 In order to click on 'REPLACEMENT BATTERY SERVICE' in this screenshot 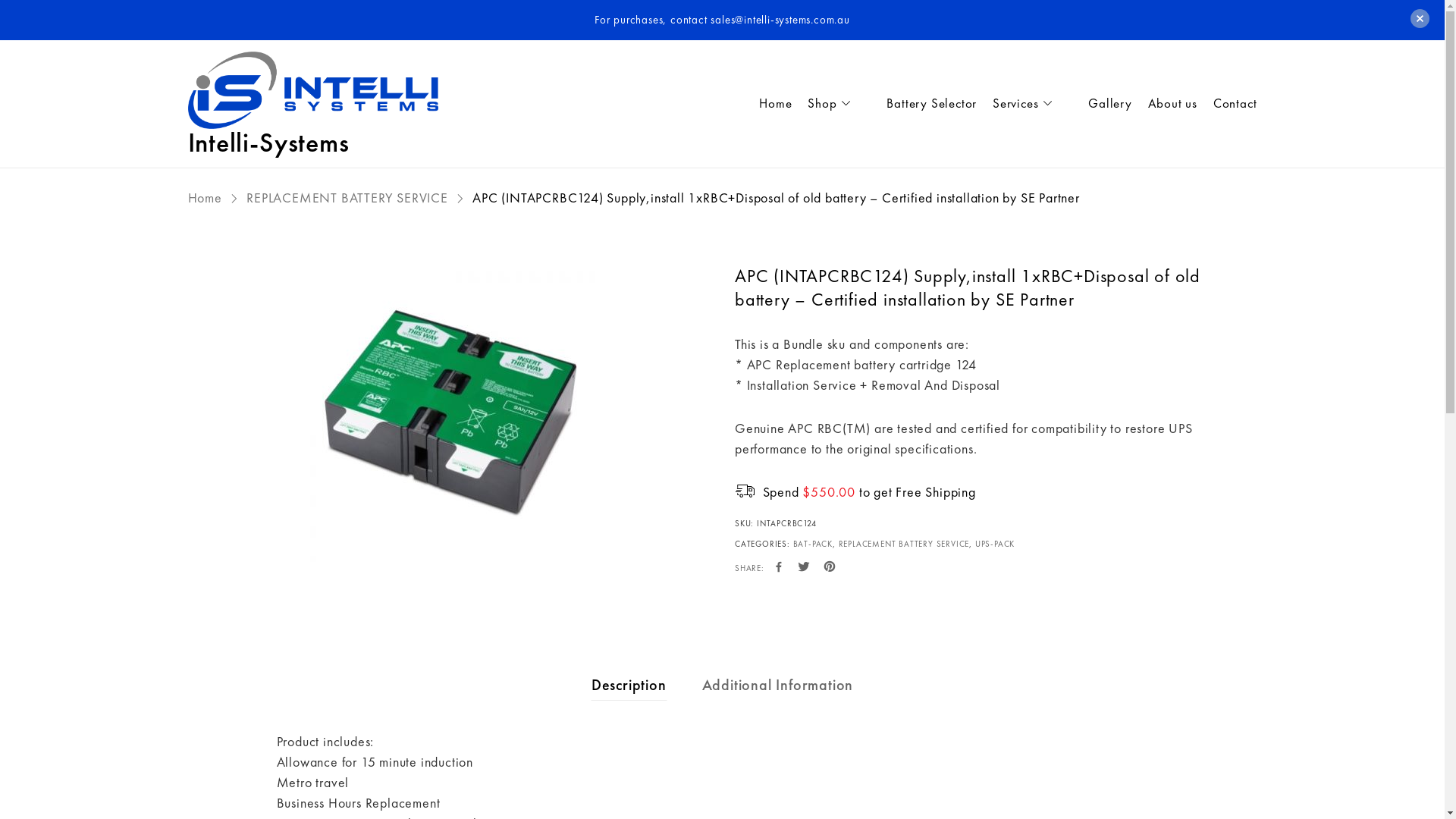, I will do `click(246, 196)`.